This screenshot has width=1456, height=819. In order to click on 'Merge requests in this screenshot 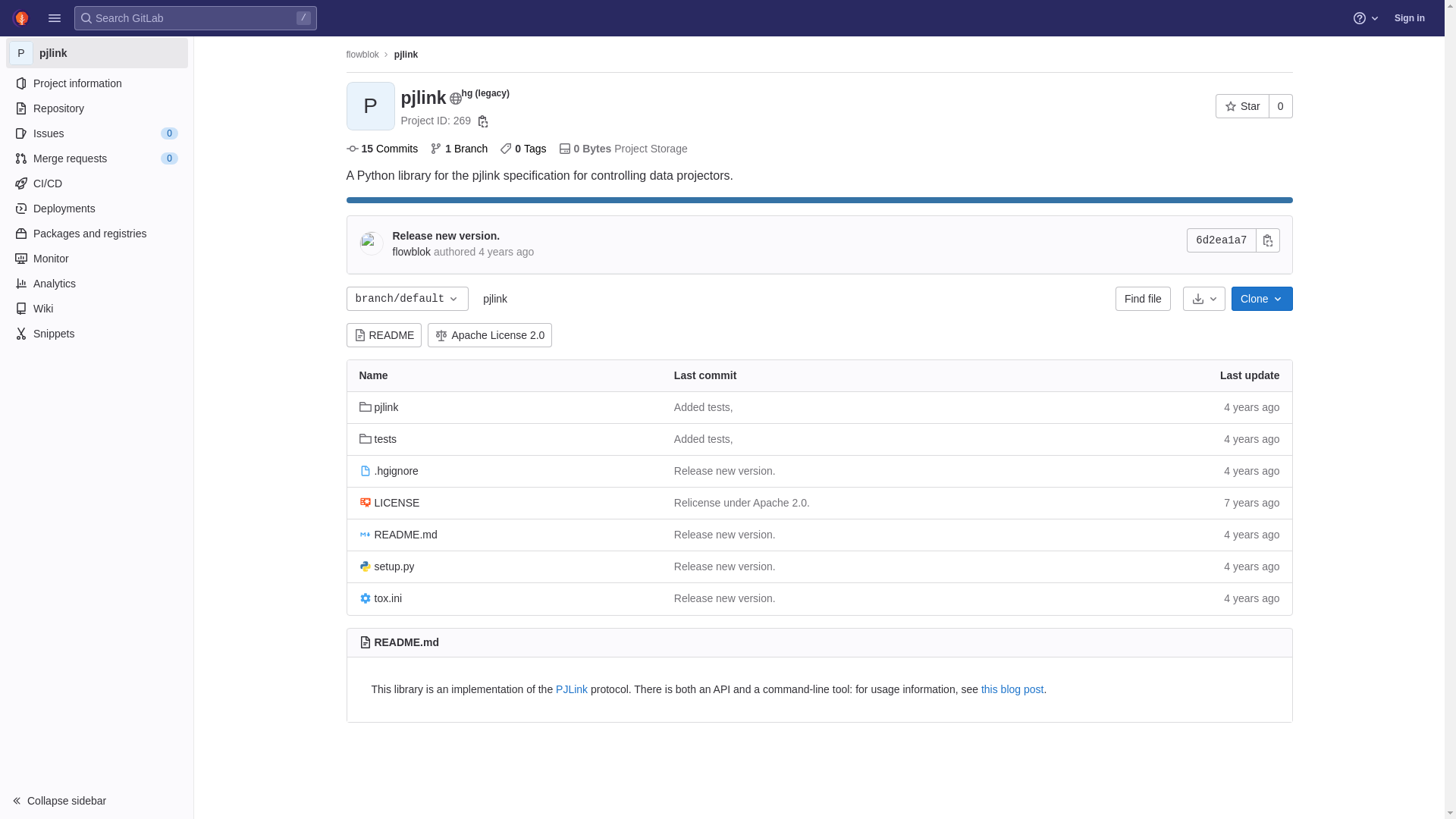, I will do `click(96, 158)`.